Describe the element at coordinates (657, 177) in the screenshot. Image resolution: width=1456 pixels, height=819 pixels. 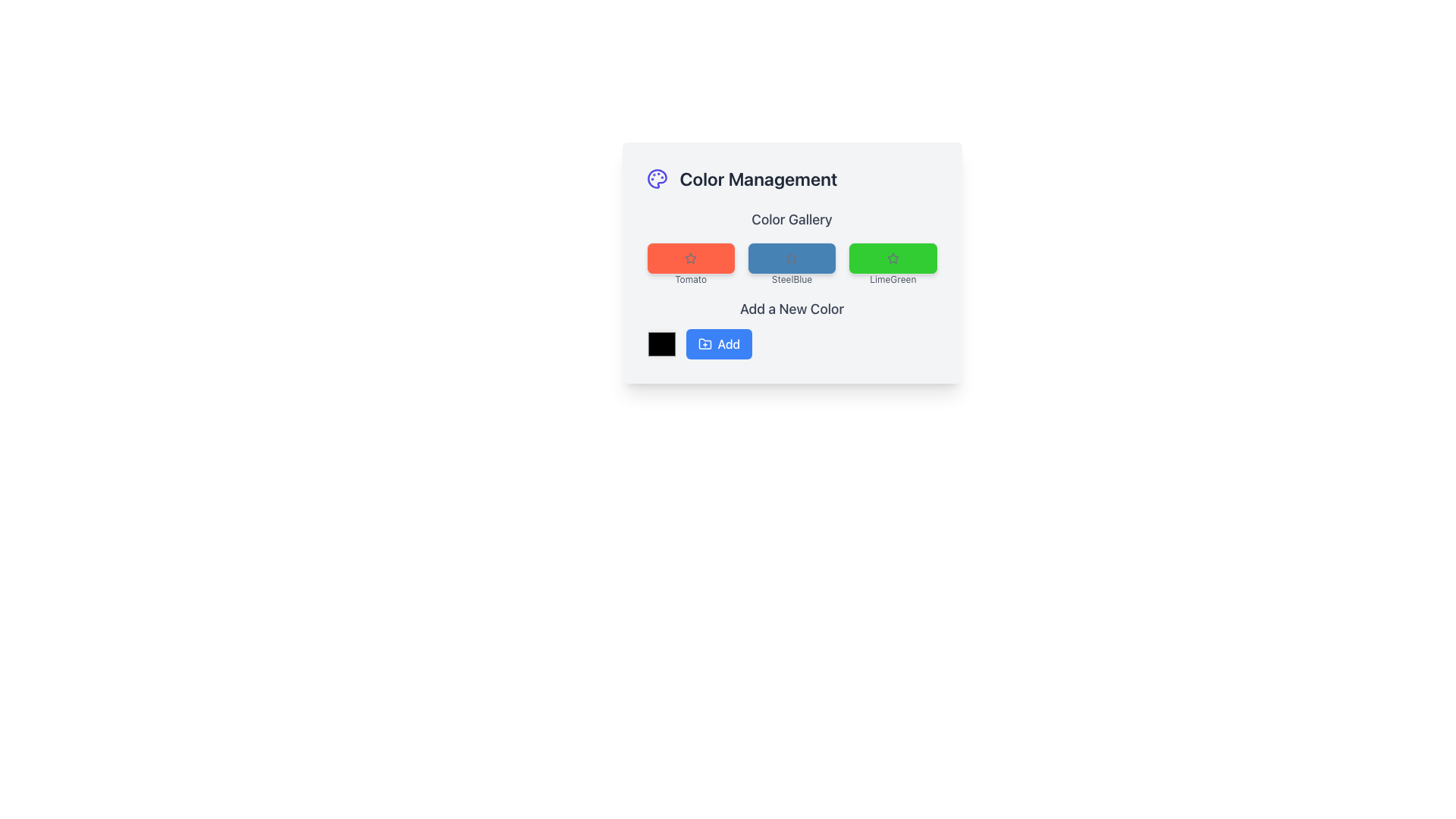
I see `the small indigo painter's palette icon located to the left of the 'Color Management' headline` at that location.